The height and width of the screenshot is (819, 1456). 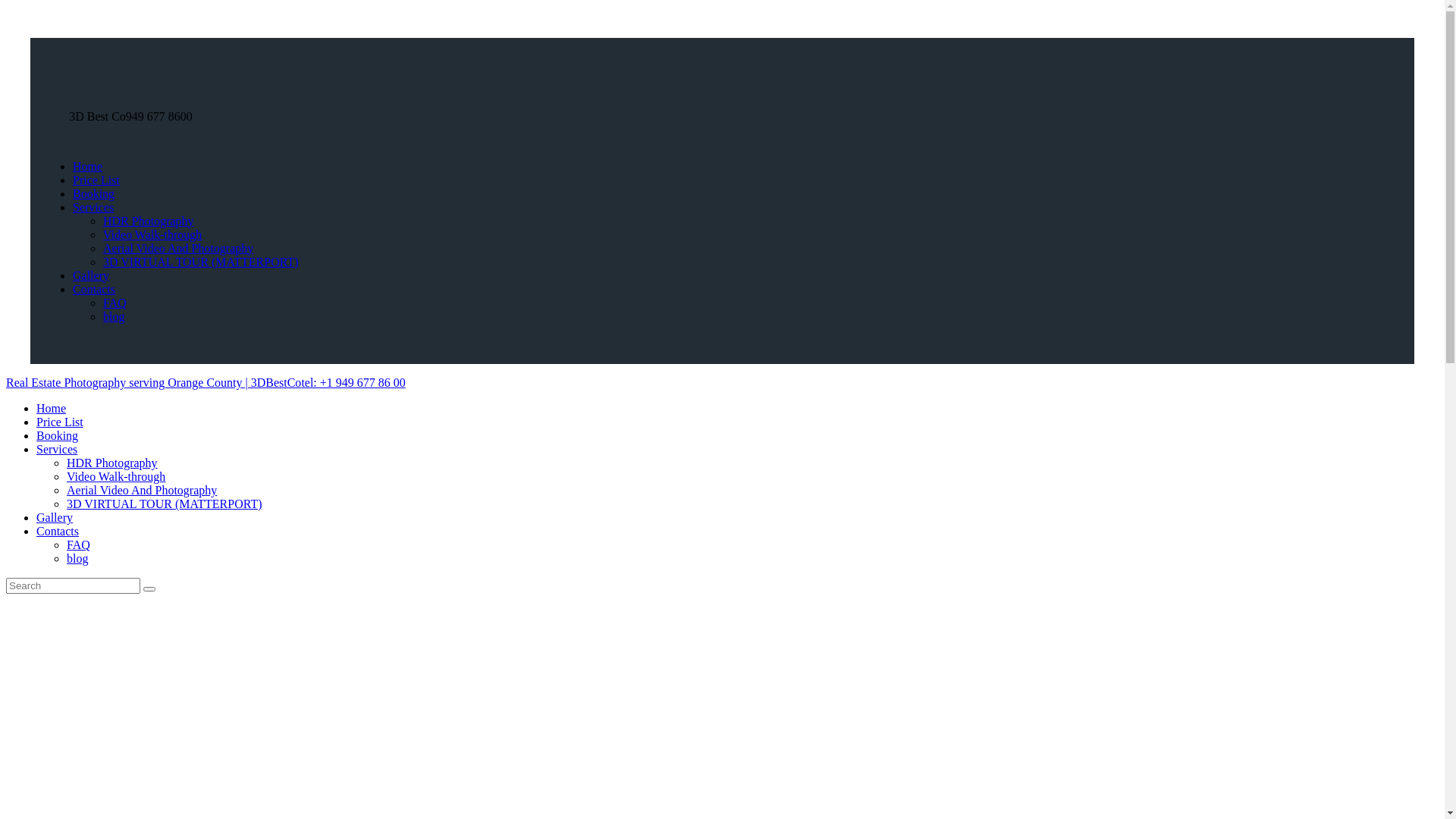 What do you see at coordinates (178, 247) in the screenshot?
I see `'Aerial Video And Photography'` at bounding box center [178, 247].